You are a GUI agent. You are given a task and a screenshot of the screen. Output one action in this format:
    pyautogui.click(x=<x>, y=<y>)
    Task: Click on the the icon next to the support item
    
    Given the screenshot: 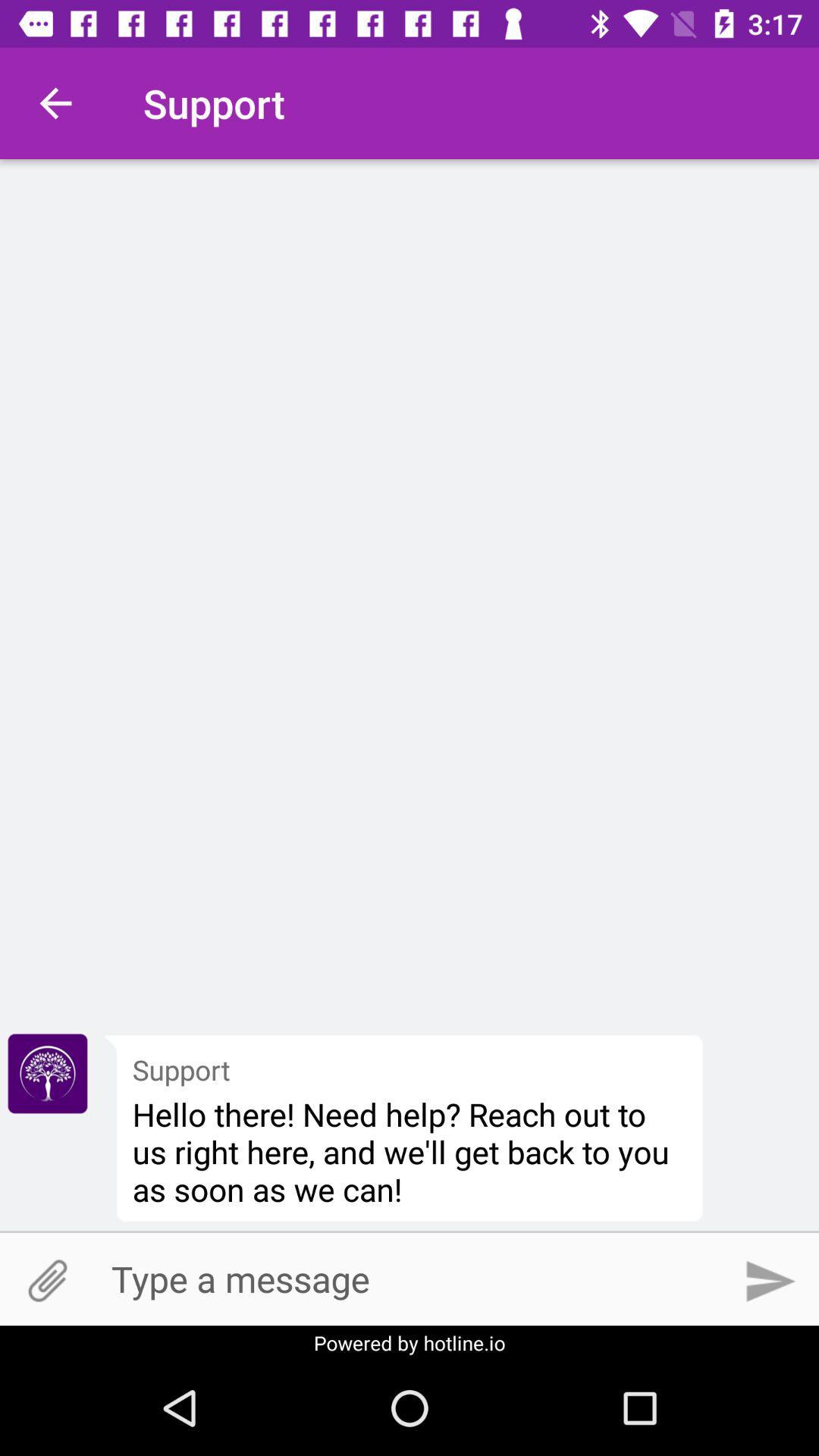 What is the action you would take?
    pyautogui.click(x=55, y=102)
    